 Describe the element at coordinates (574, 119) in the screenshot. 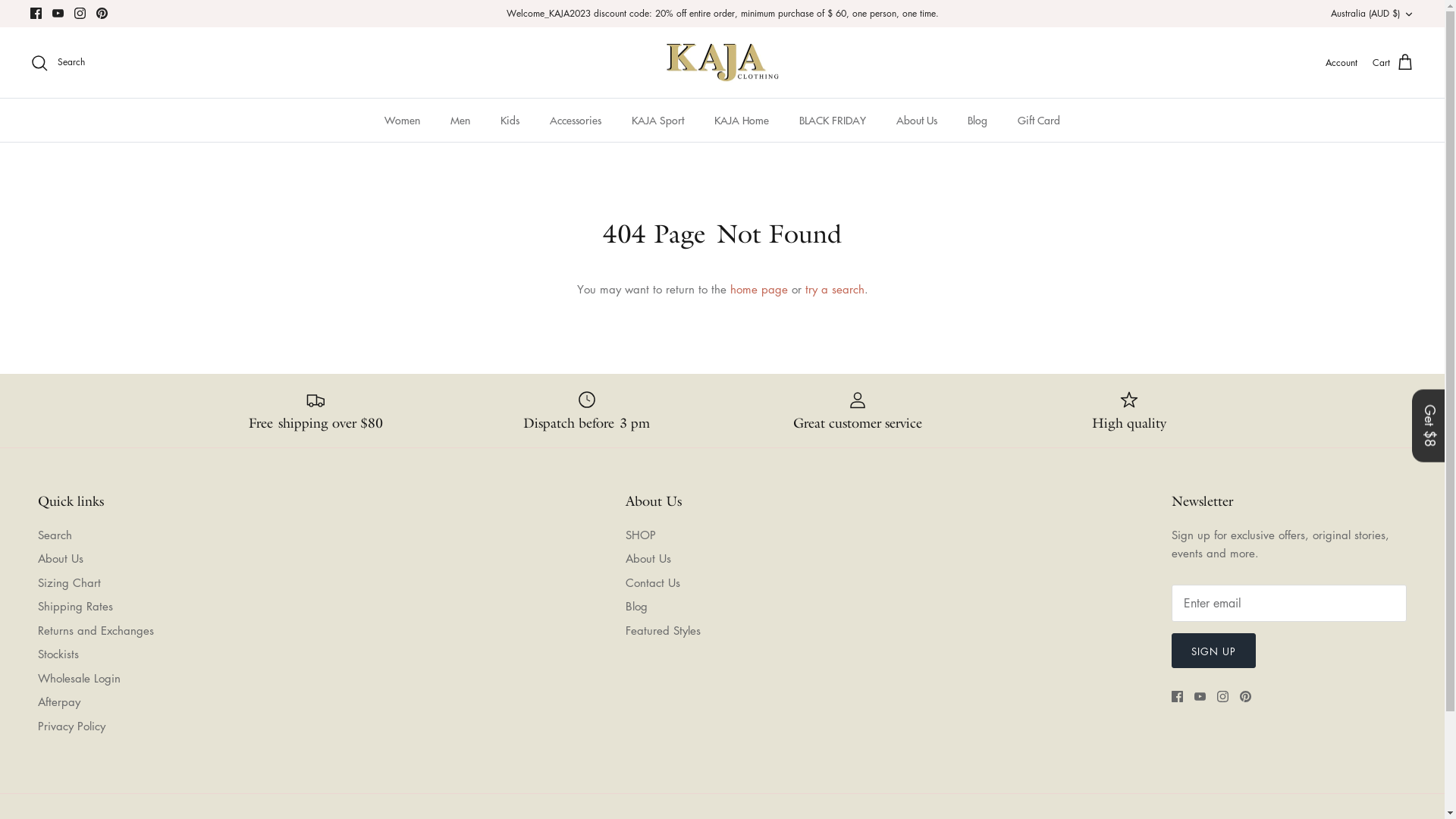

I see `'Accessories'` at that location.